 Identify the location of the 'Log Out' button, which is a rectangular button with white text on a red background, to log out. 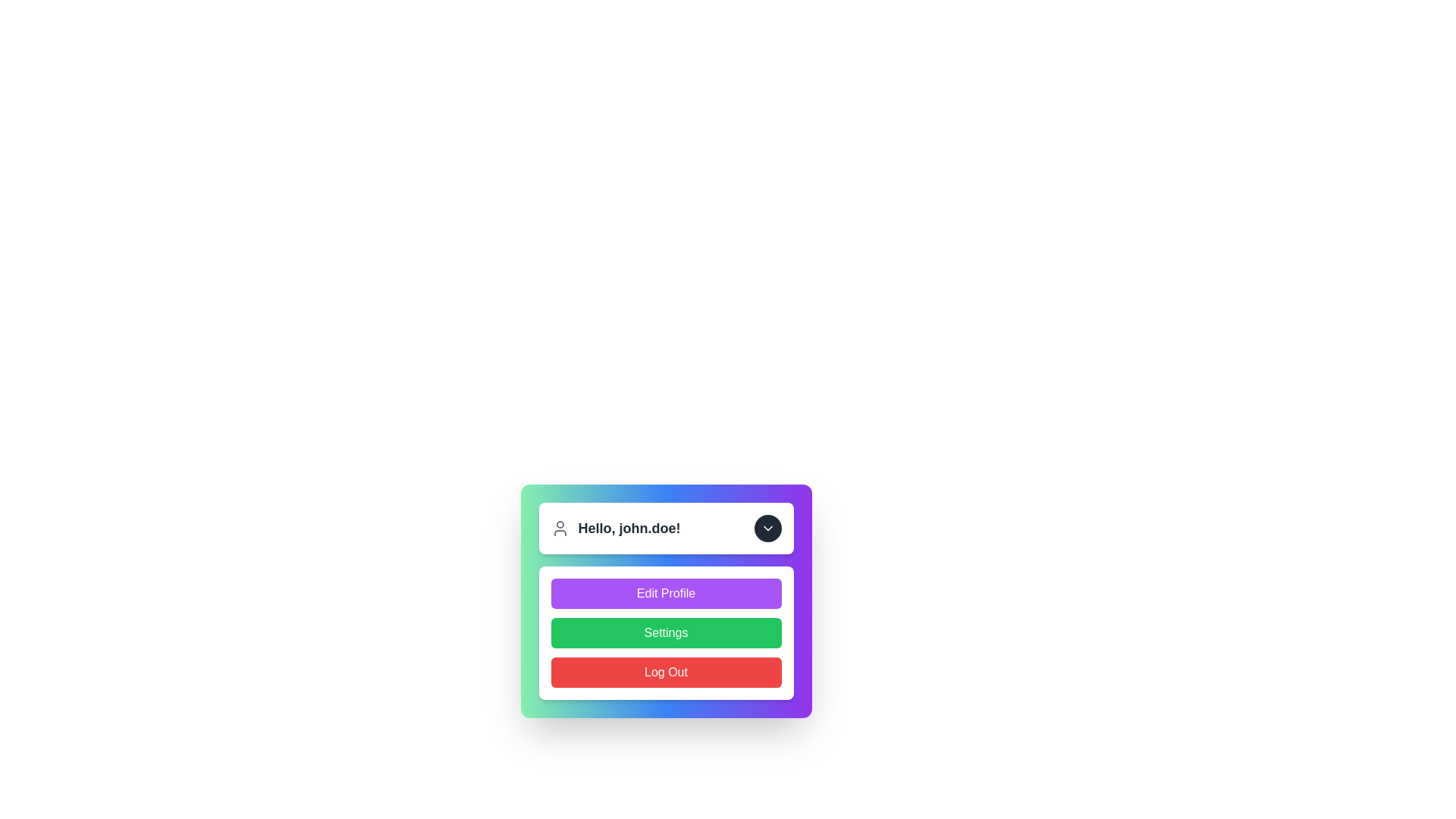
(666, 672).